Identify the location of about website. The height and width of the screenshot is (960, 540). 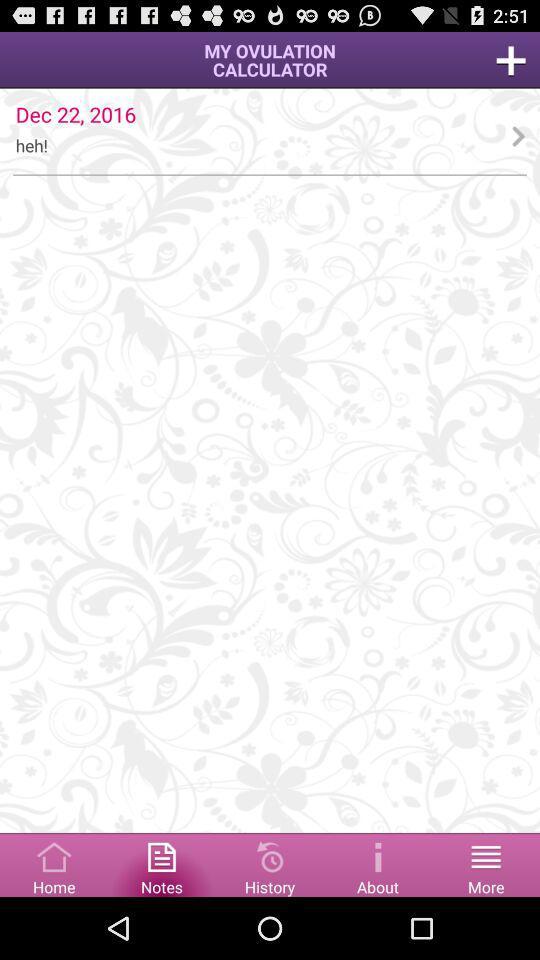
(378, 863).